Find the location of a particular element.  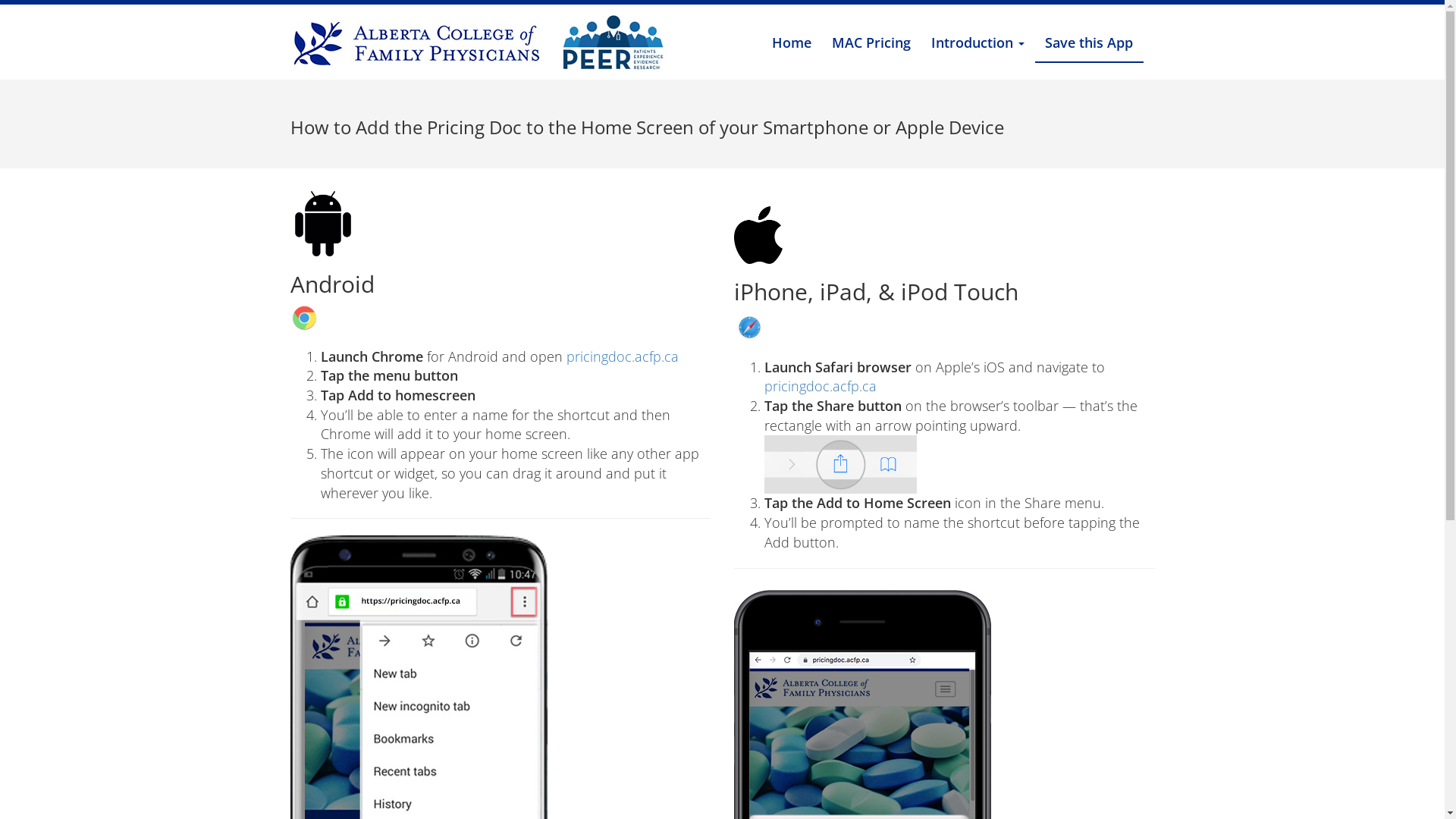

'pricingdoc.acfp.ca' is located at coordinates (764, 385).